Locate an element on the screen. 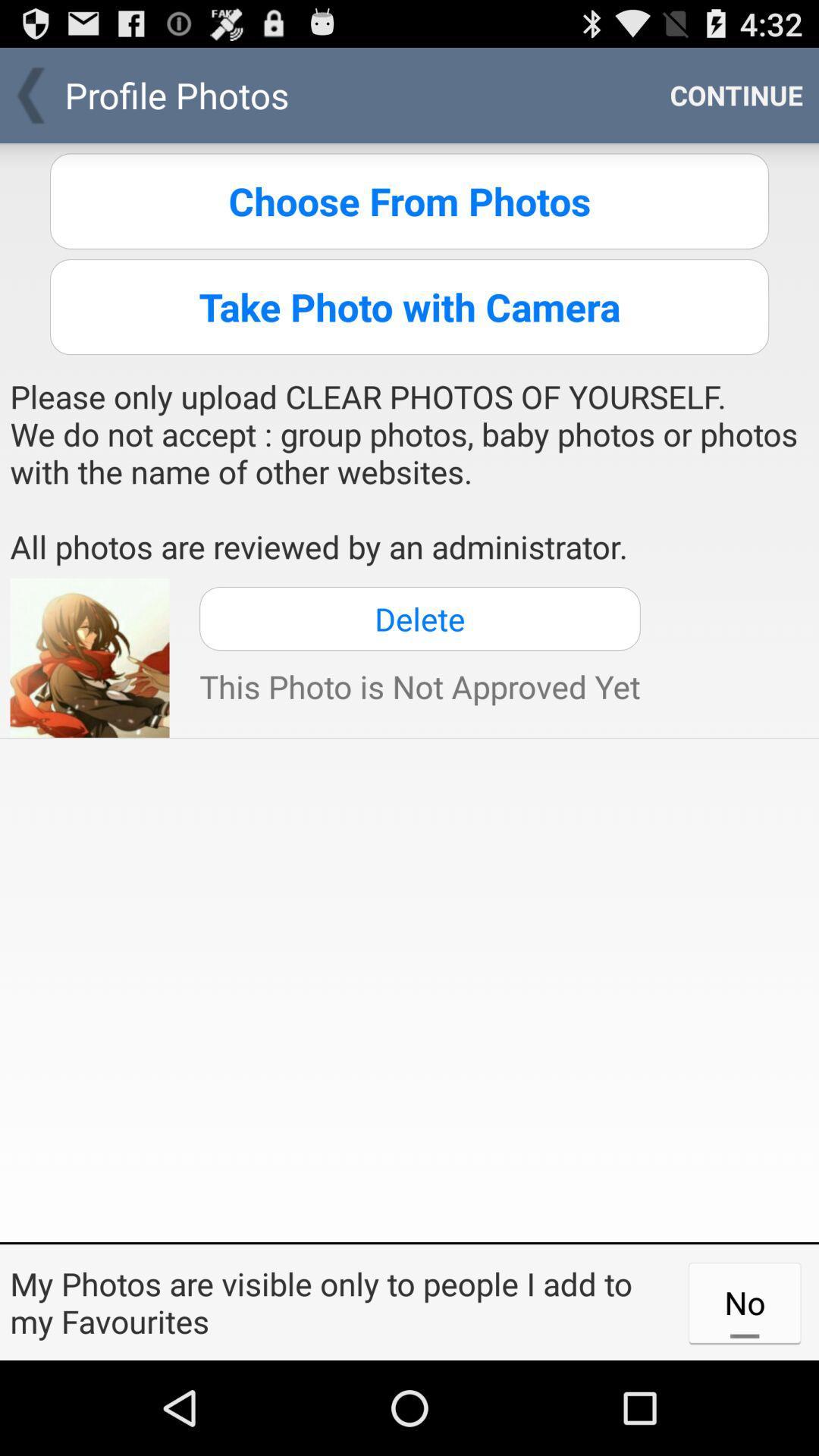 Image resolution: width=819 pixels, height=1456 pixels. button next to the delete item is located at coordinates (89, 657).